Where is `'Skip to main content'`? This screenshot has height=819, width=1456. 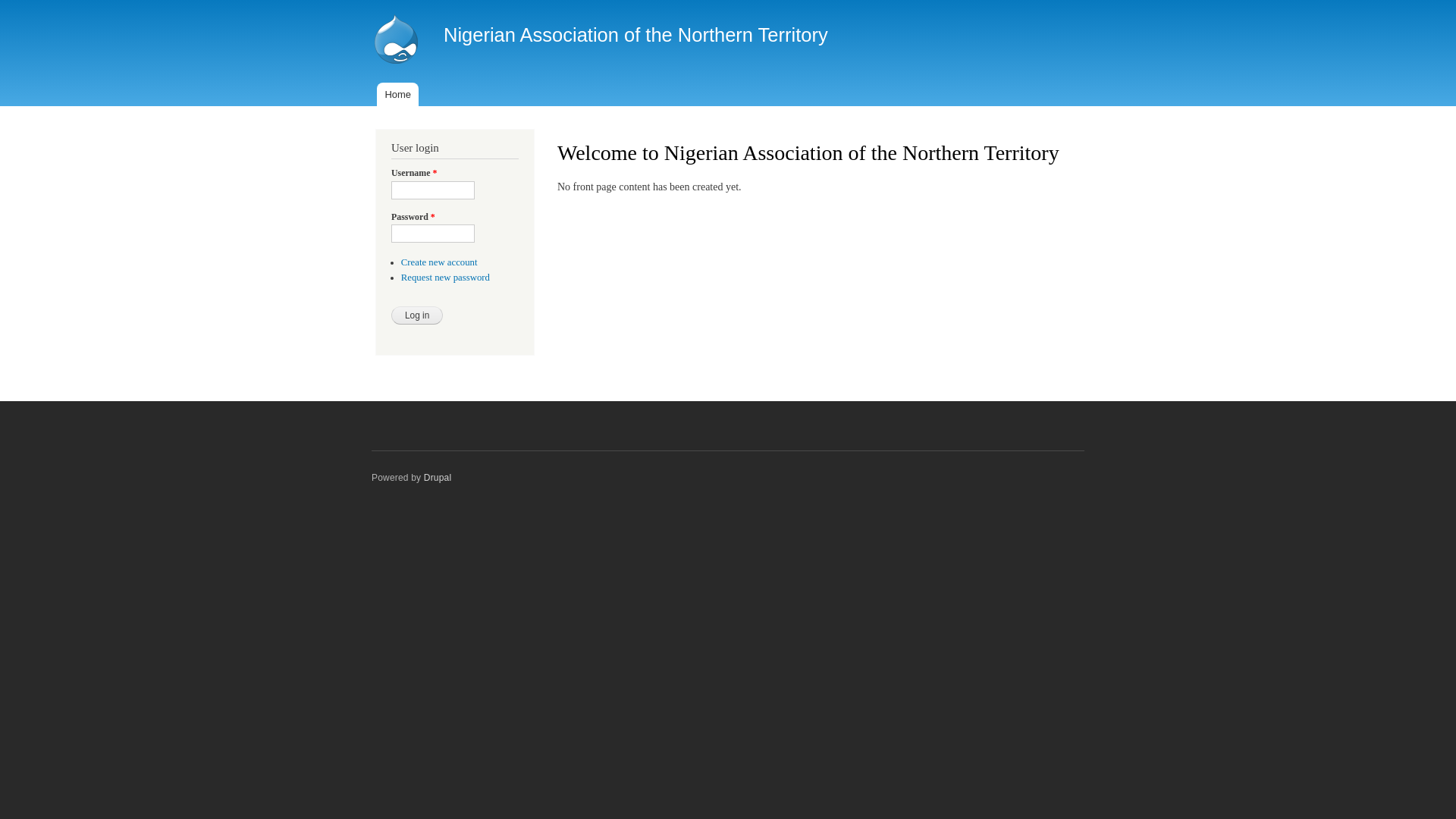
'Skip to main content' is located at coordinates (695, 2).